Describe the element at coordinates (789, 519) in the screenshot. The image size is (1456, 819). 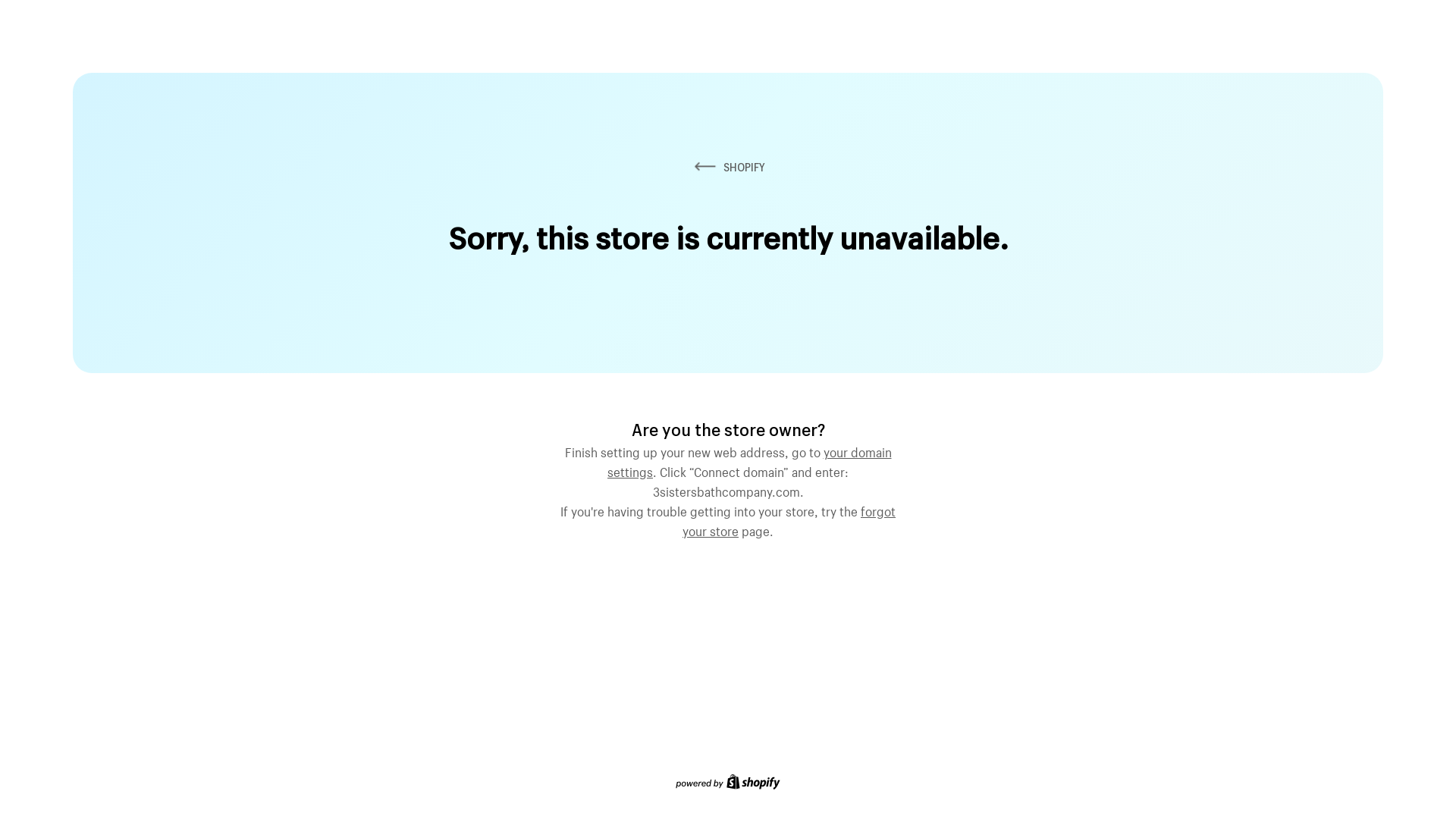
I see `'forgot your store'` at that location.